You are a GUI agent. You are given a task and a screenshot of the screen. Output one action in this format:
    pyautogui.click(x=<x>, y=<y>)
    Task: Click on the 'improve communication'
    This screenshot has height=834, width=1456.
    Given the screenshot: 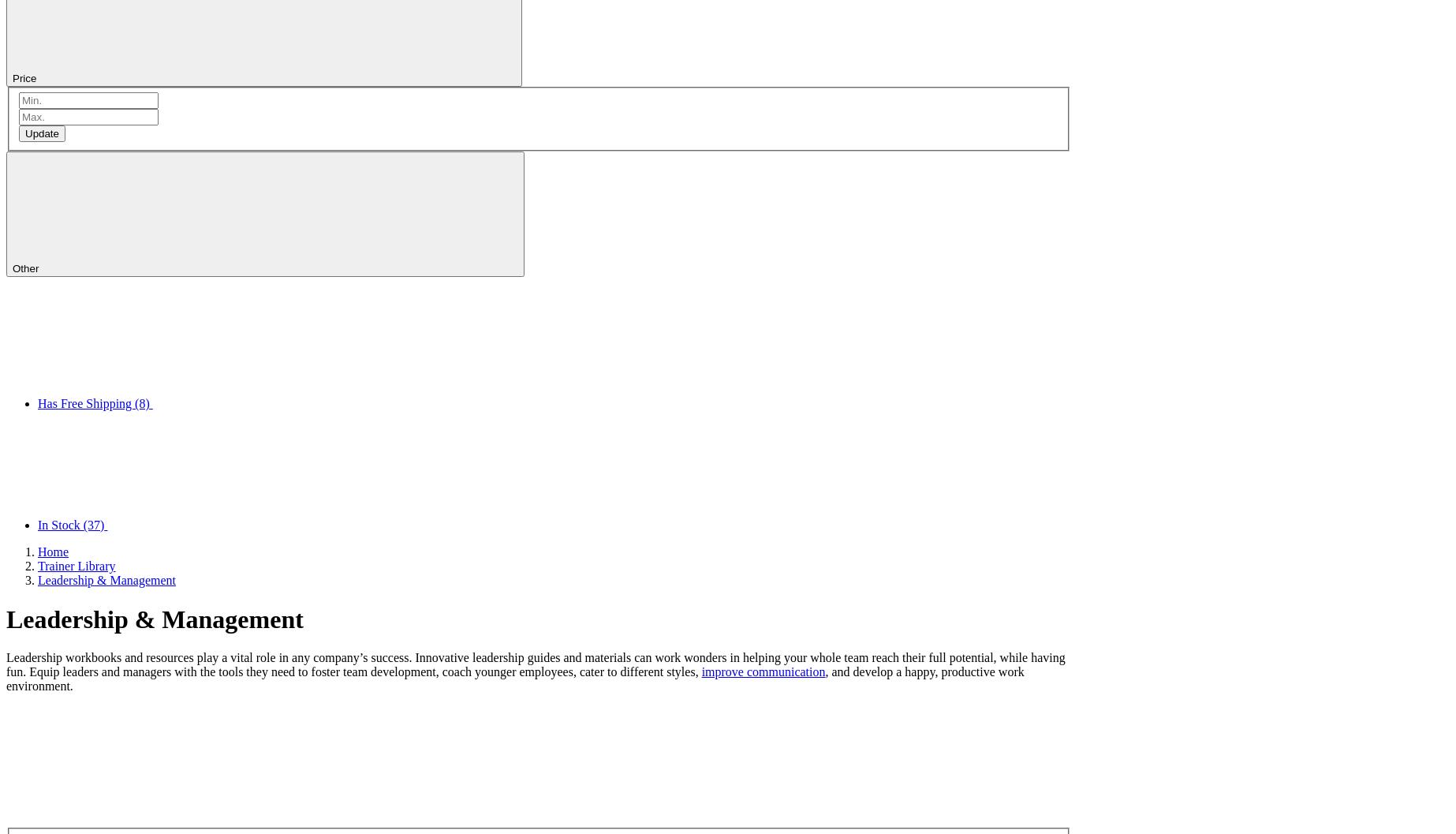 What is the action you would take?
    pyautogui.click(x=763, y=671)
    